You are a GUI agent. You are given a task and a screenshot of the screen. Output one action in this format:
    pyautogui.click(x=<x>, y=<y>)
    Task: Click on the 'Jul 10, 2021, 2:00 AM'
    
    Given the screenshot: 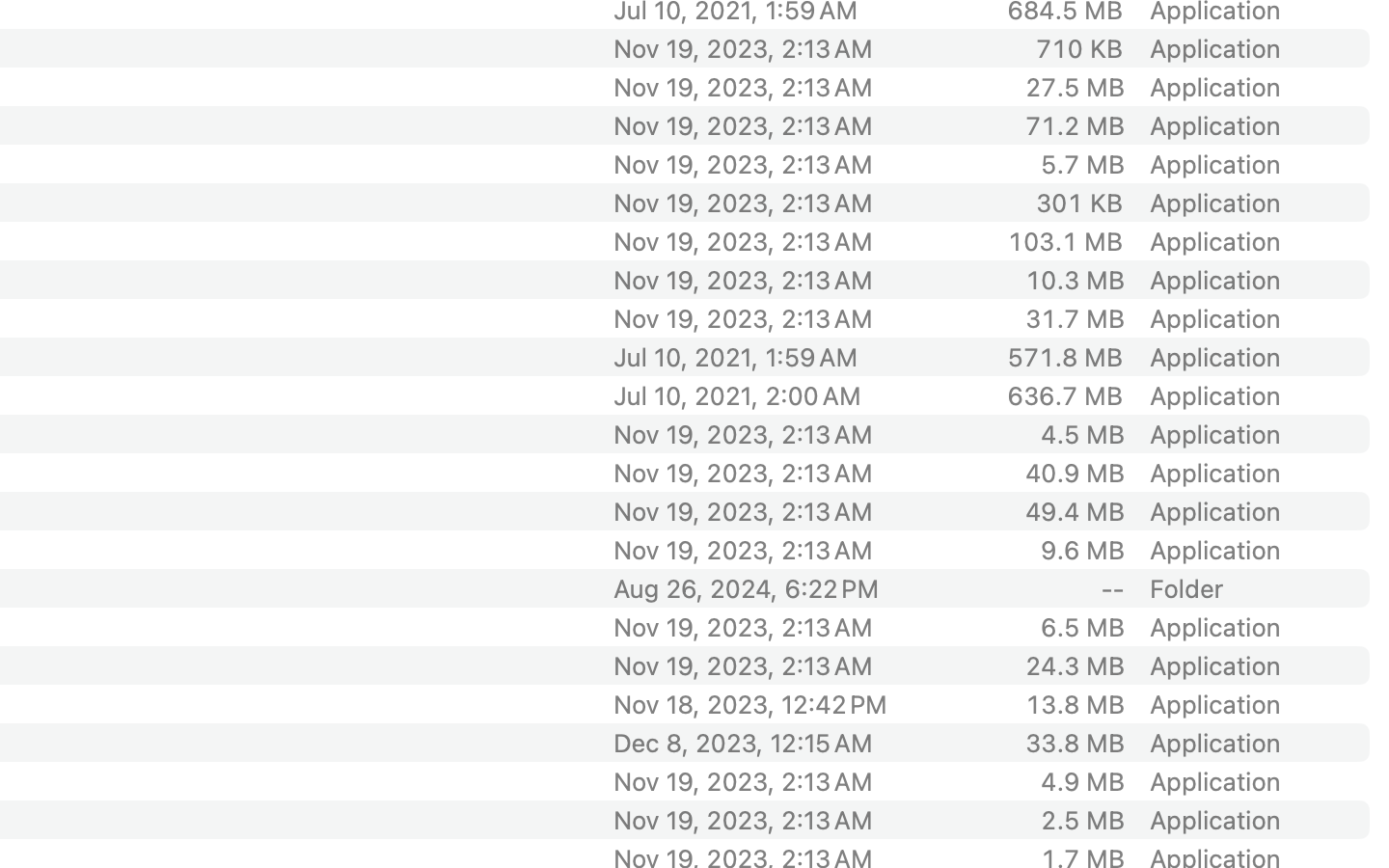 What is the action you would take?
    pyautogui.click(x=774, y=395)
    